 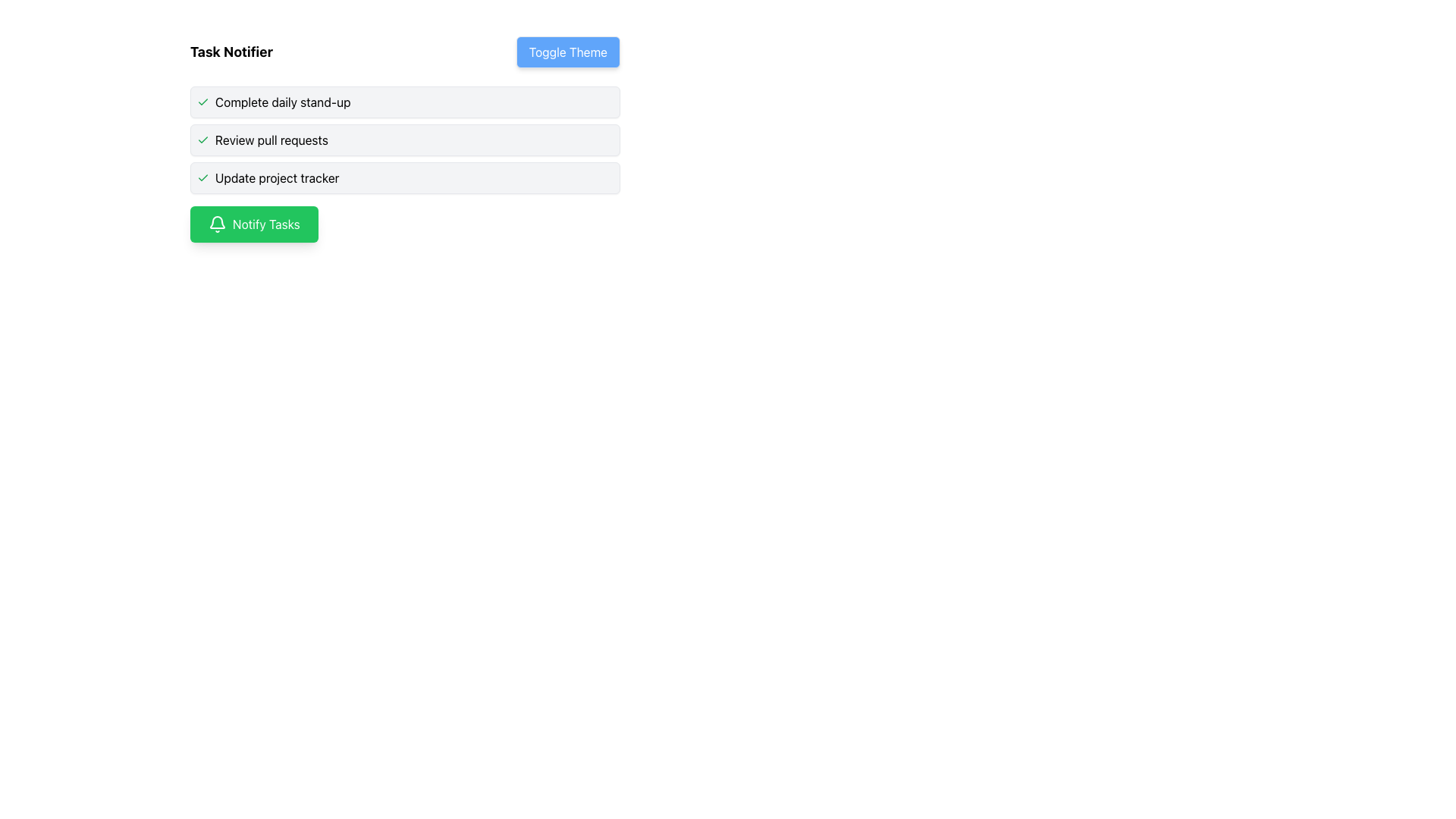 What do you see at coordinates (254, 224) in the screenshot?
I see `the notification button located at the bottom of the list, beneath the previous review buttons` at bounding box center [254, 224].